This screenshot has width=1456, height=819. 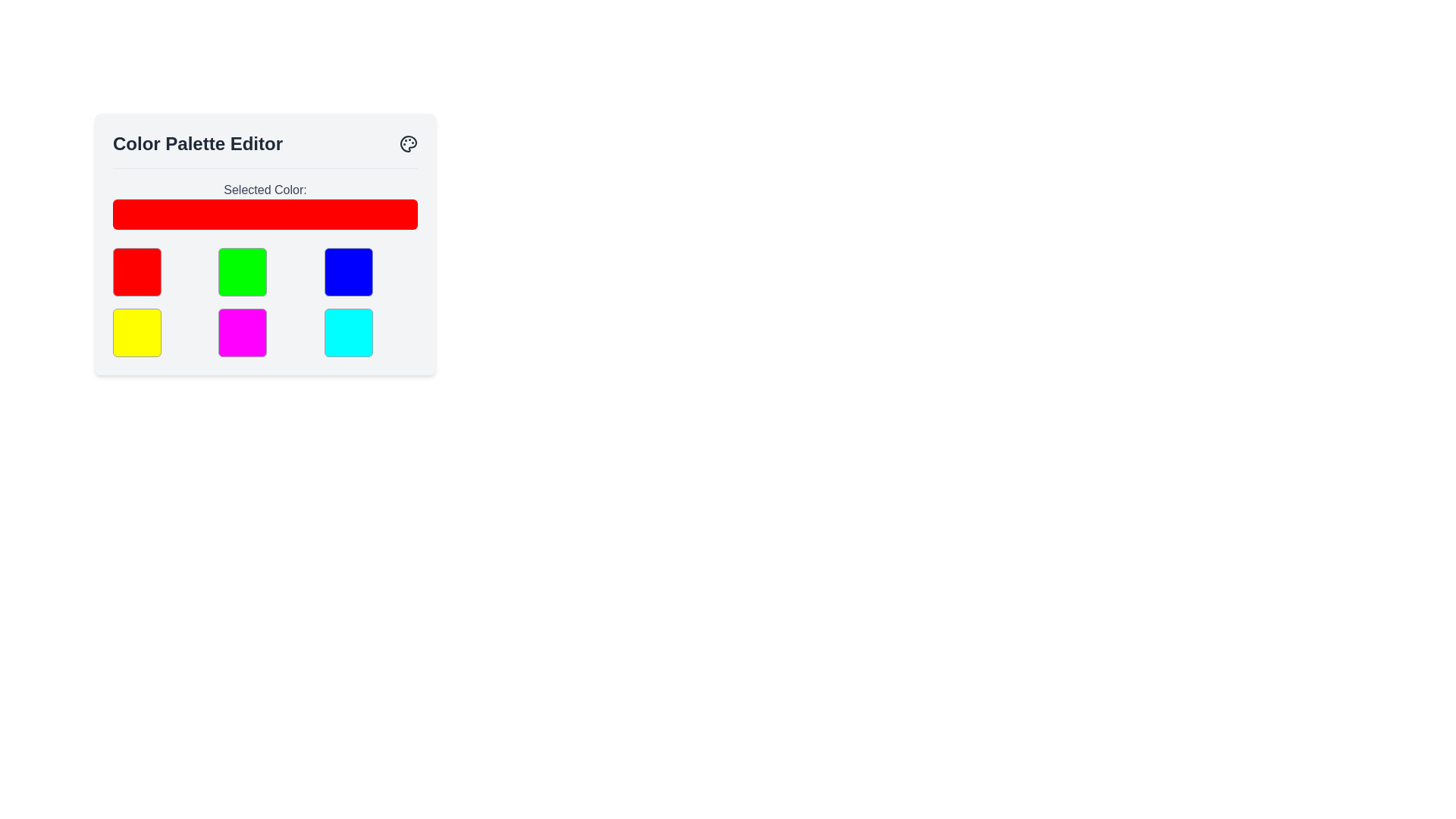 I want to click on the clickable colored block located in the first row, third position of a 3x2 grid, so click(x=347, y=271).